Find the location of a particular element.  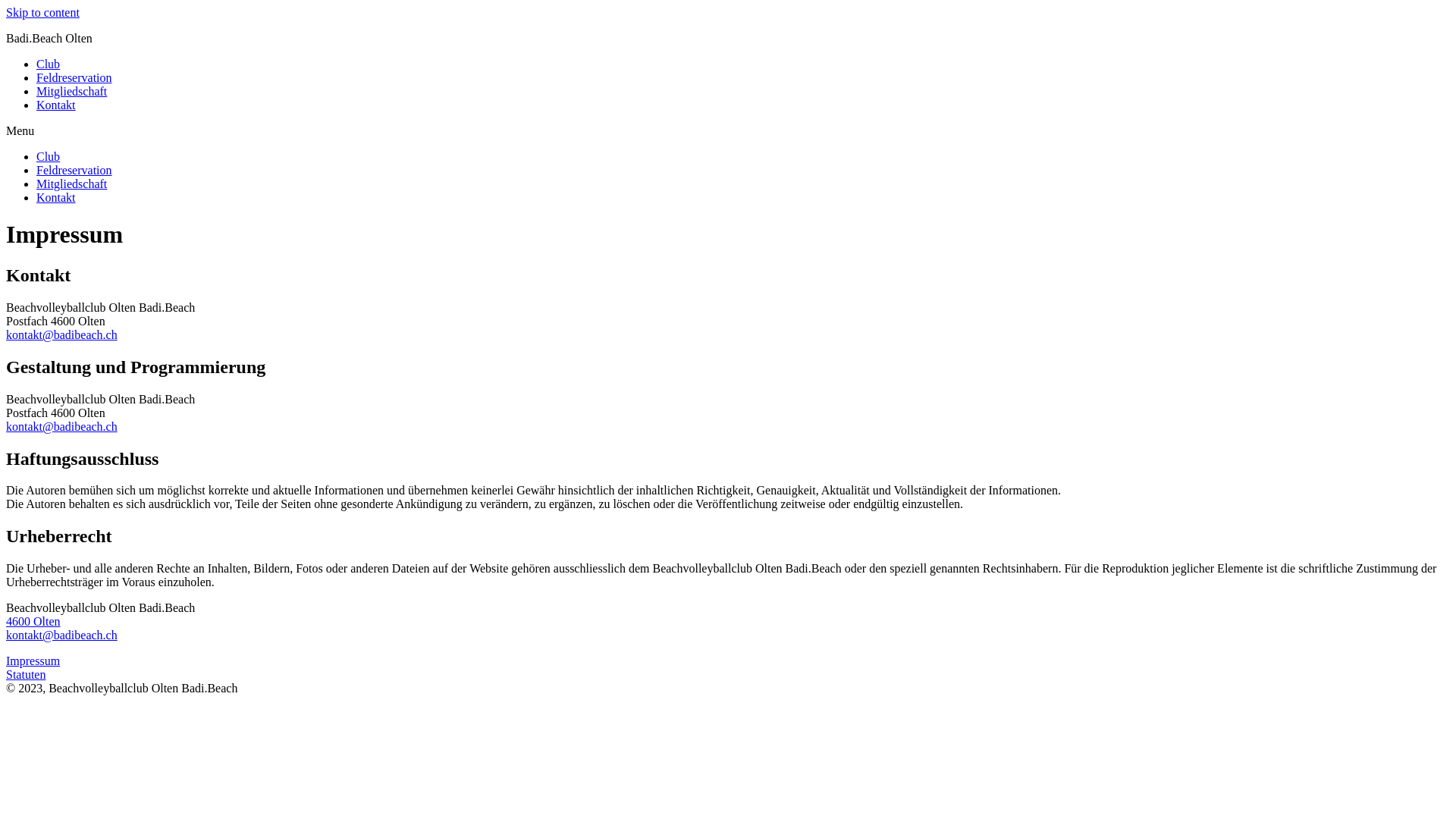

'Mitgliedschaft' is located at coordinates (36, 91).